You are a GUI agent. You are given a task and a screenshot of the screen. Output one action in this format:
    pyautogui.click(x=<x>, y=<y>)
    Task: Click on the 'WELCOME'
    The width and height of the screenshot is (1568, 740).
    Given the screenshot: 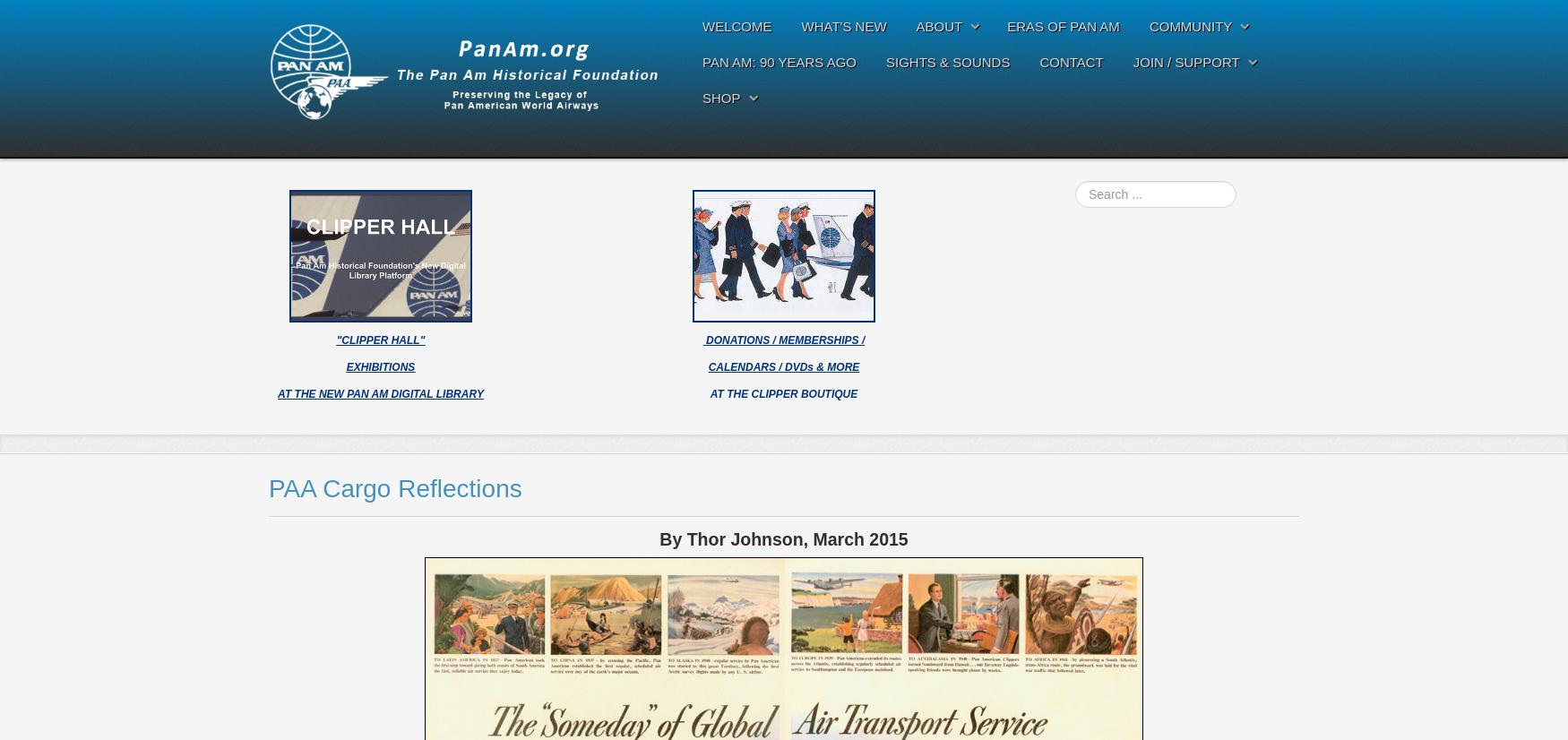 What is the action you would take?
    pyautogui.click(x=702, y=26)
    